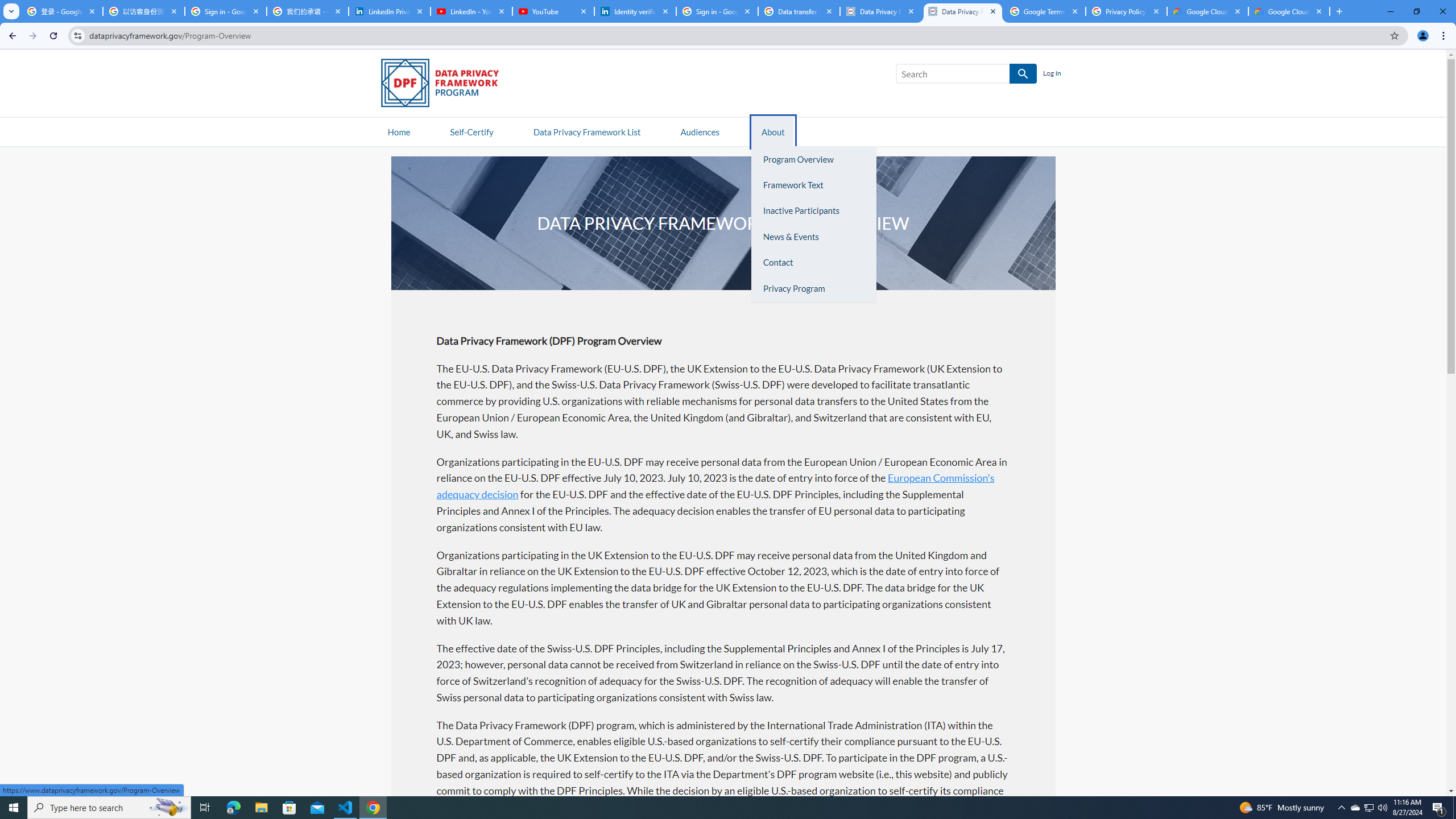 The width and height of the screenshot is (1456, 819). I want to click on 'Search SEARCH', so click(965, 76).